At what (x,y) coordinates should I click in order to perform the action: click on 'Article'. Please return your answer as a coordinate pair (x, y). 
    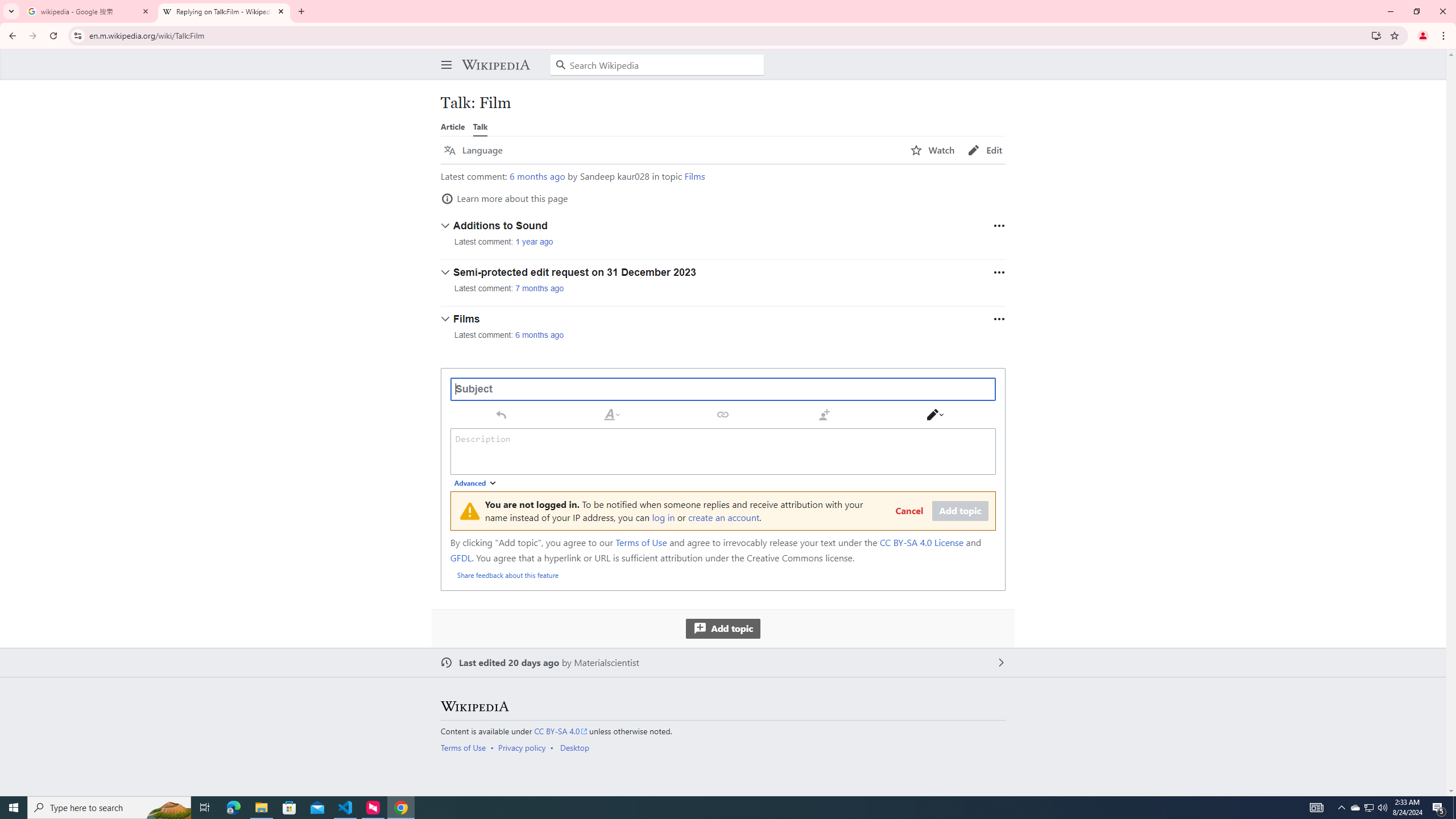
    Looking at the image, I should click on (452, 126).